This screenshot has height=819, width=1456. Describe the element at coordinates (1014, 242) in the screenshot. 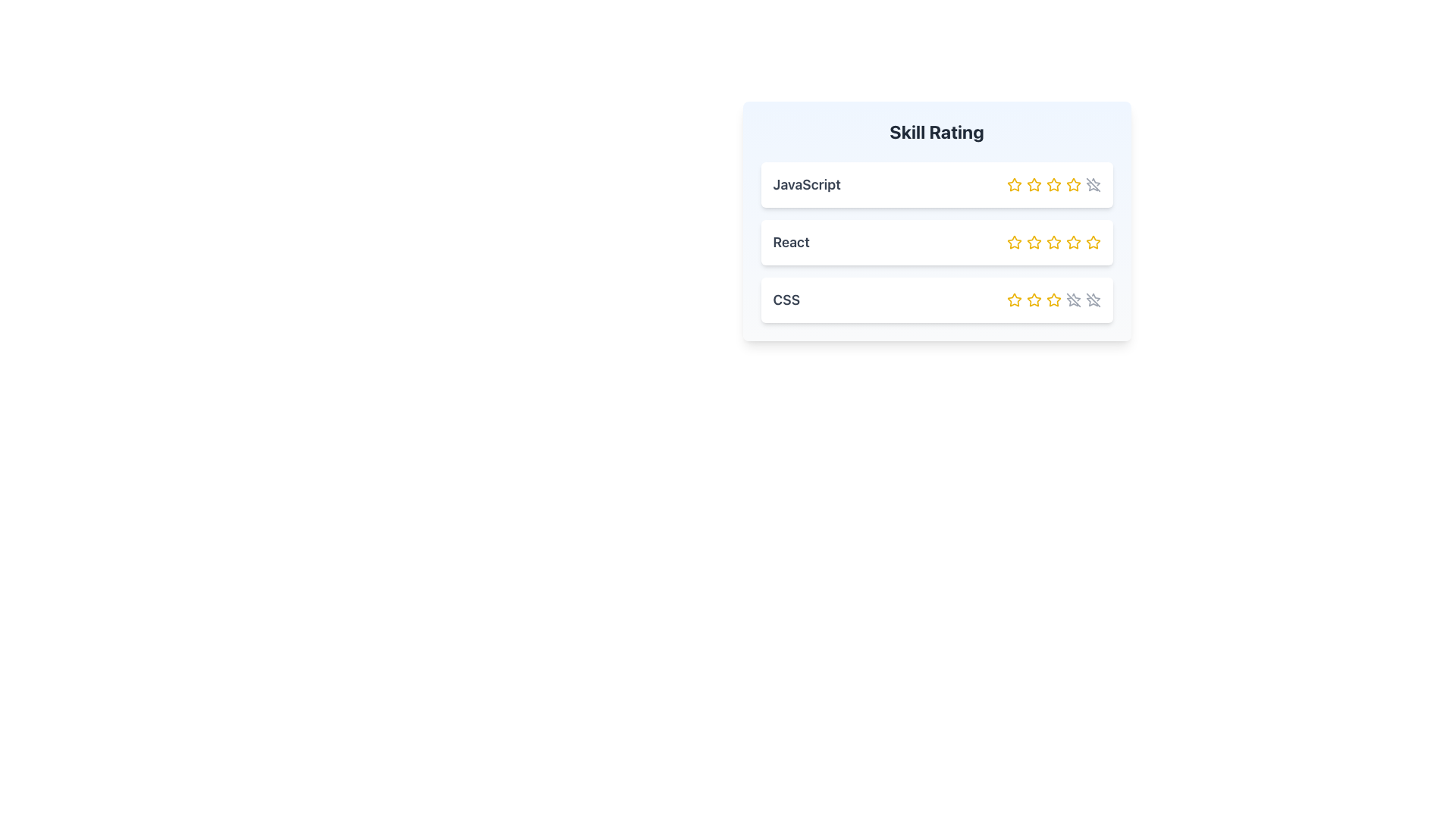

I see `the first star icon in the 'React' skill category` at that location.